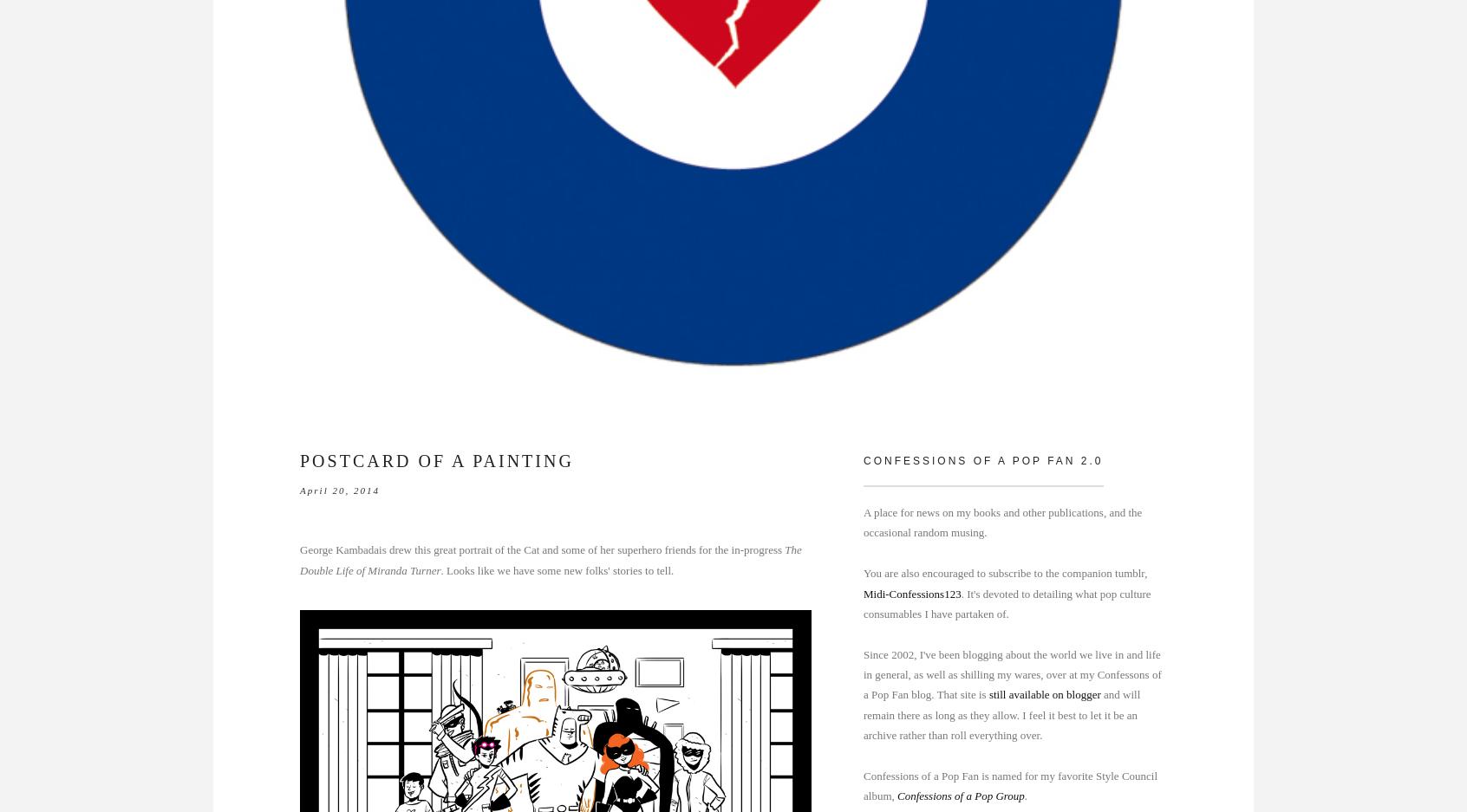 The height and width of the screenshot is (812, 1467). What do you see at coordinates (299, 490) in the screenshot?
I see `'April 20, 2014'` at bounding box center [299, 490].